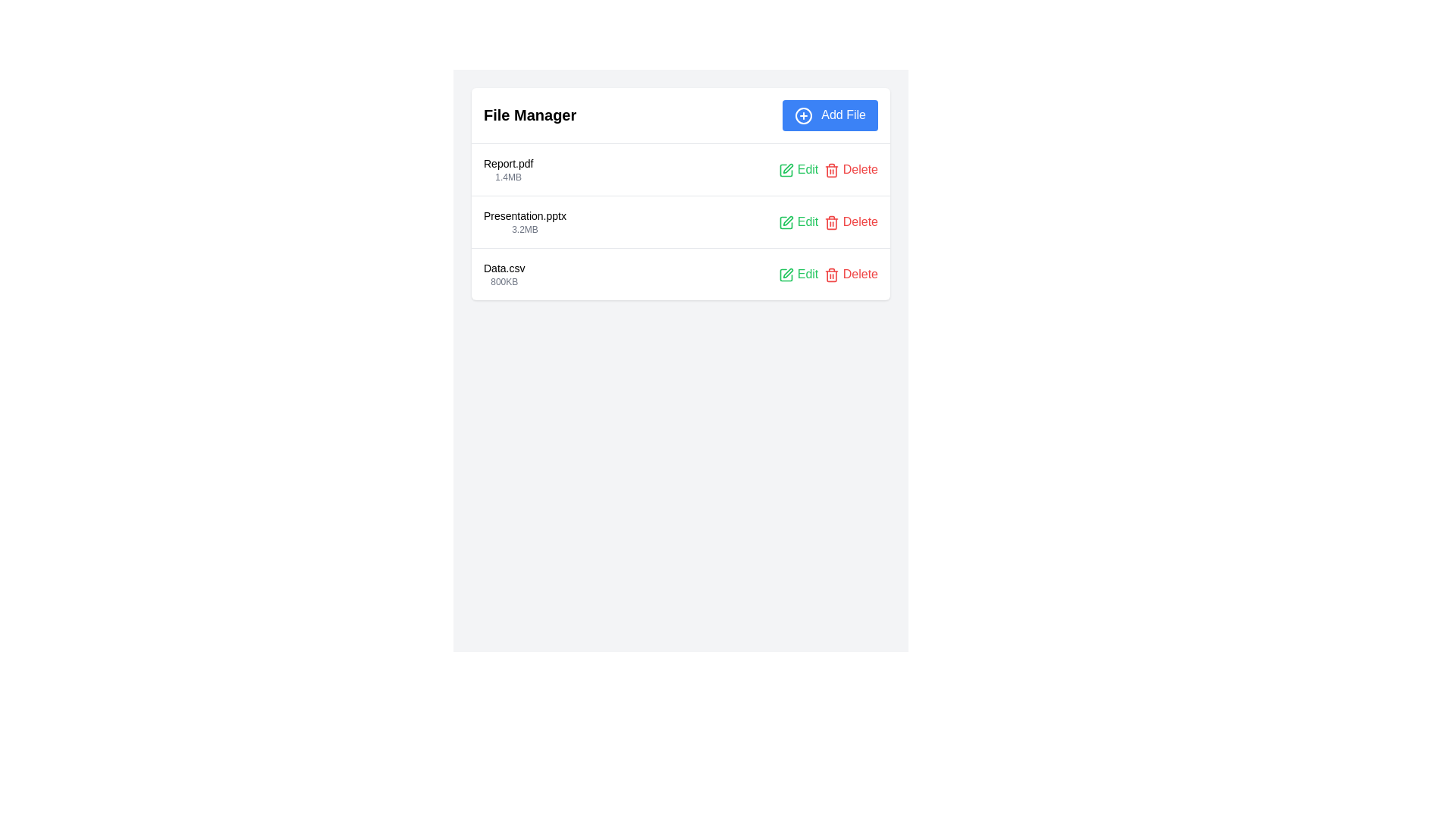  What do you see at coordinates (504, 281) in the screenshot?
I see `the text label displaying '800KB' located below 'Data.csv' in the 'File Manager' section, which is the third row in the list` at bounding box center [504, 281].